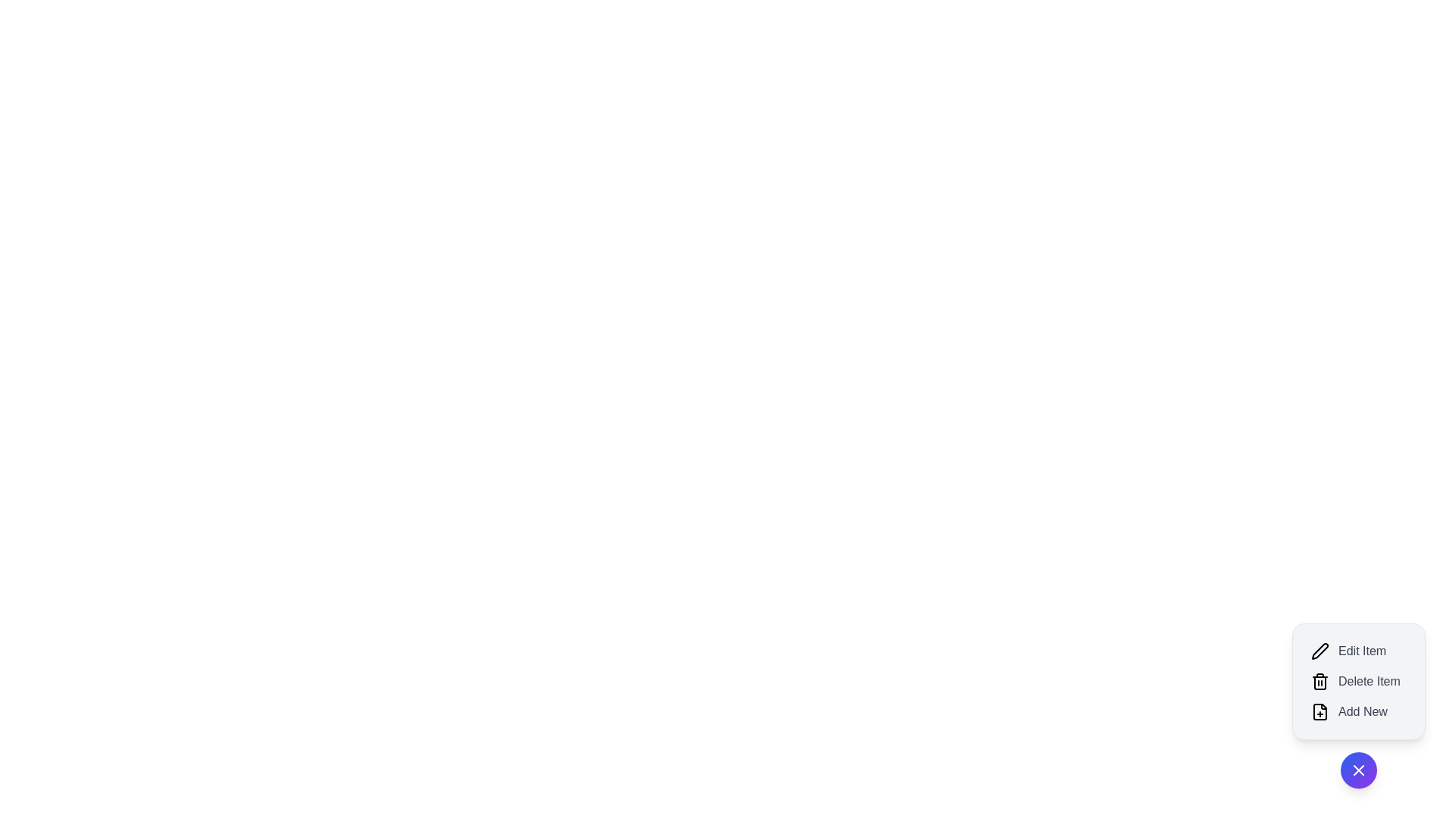 The image size is (1456, 819). I want to click on the 'Add New' button, so click(1358, 711).